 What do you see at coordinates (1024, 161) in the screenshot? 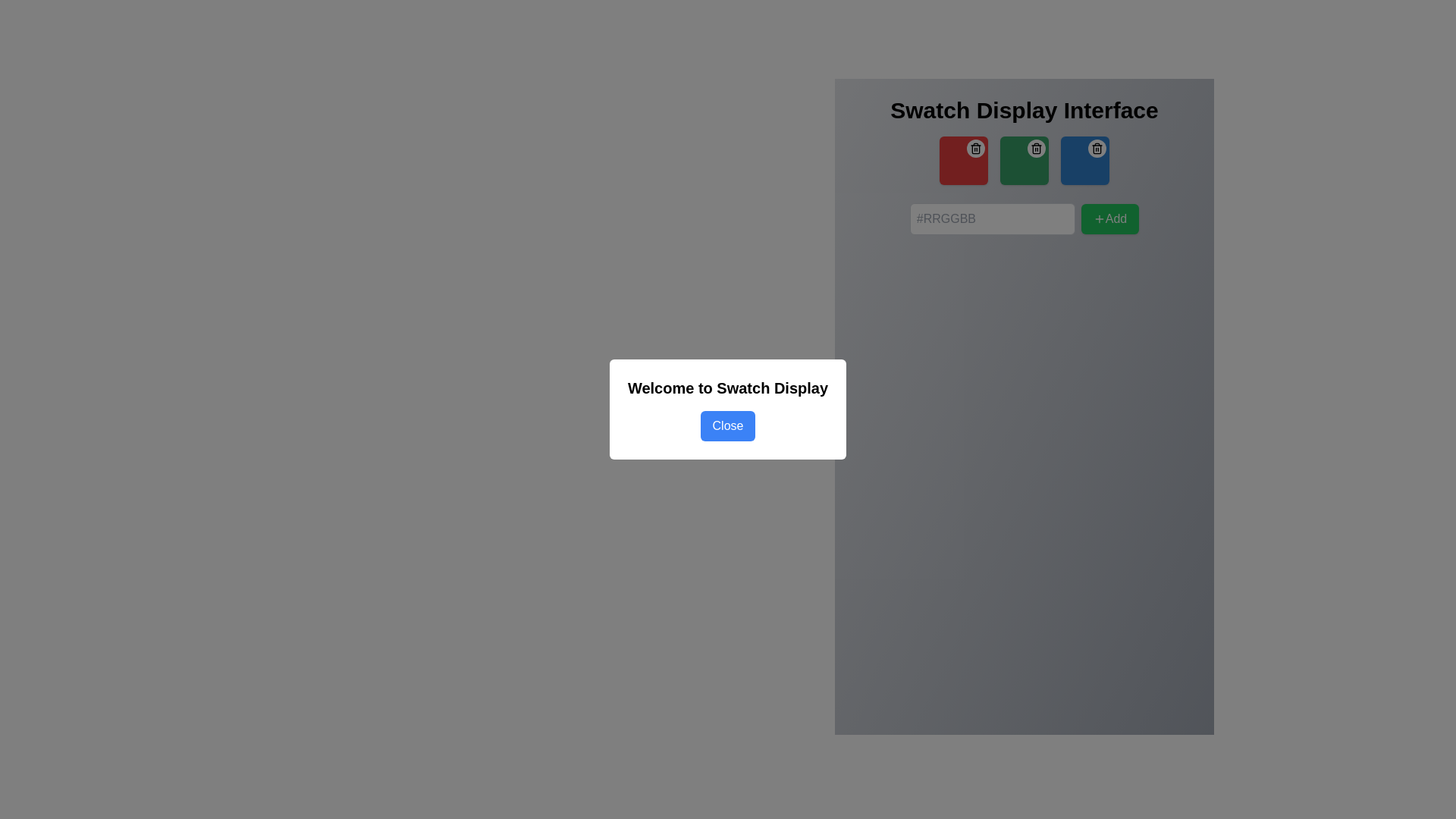
I see `the color swatch in the second position` at bounding box center [1024, 161].